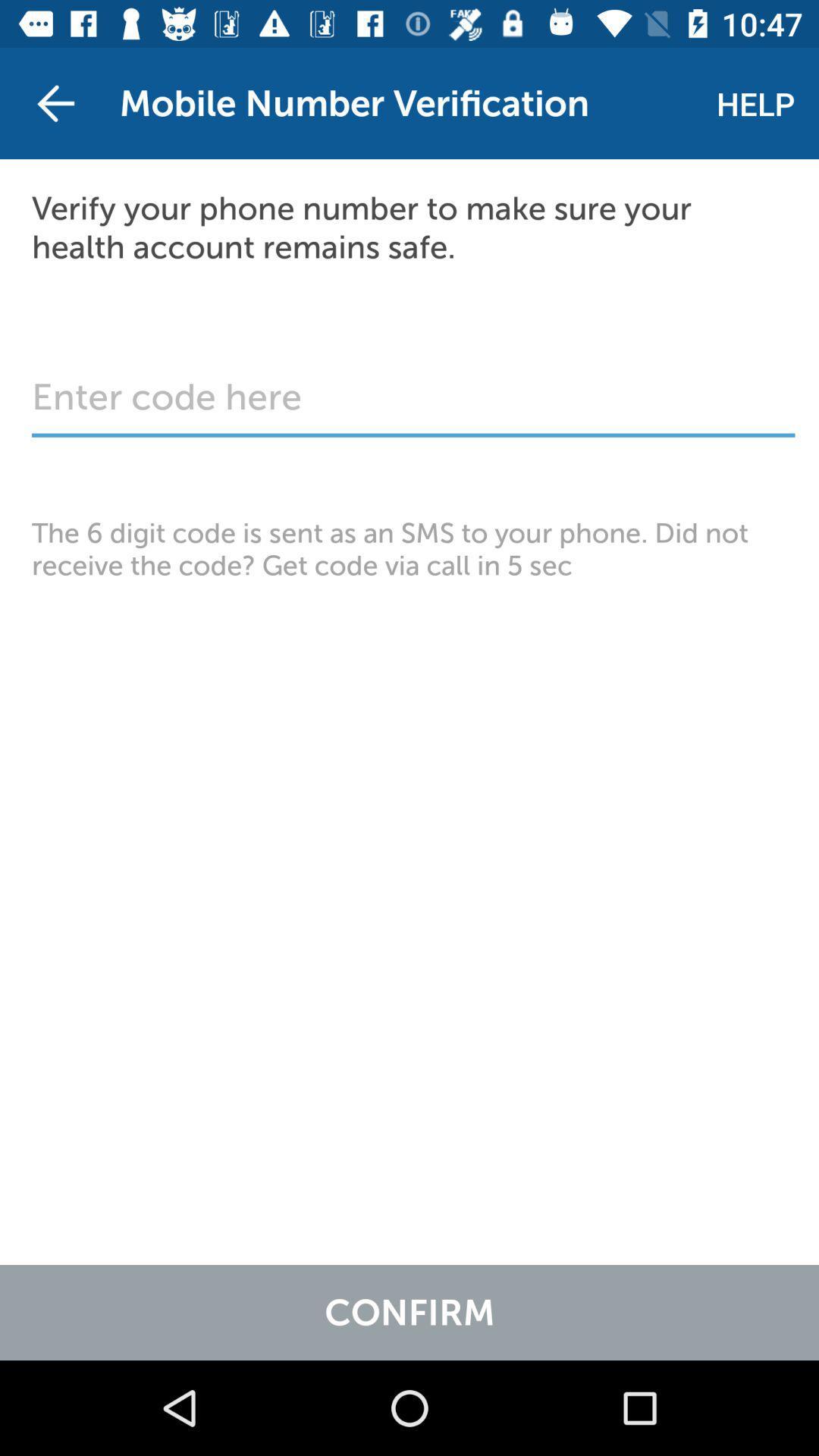  Describe the element at coordinates (55, 102) in the screenshot. I see `the item to the left of the mobile number verification app` at that location.